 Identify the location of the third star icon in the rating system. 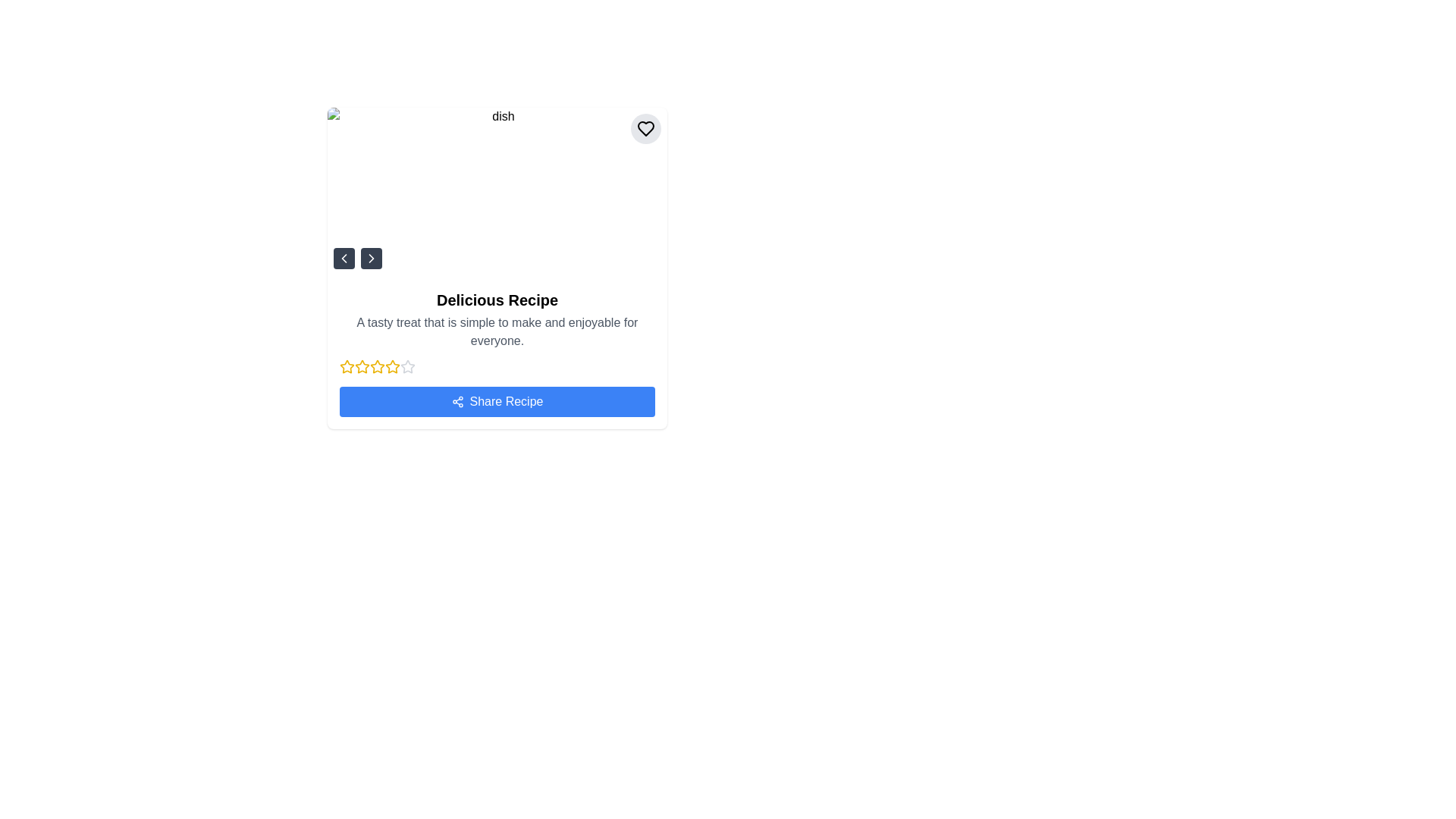
(393, 366).